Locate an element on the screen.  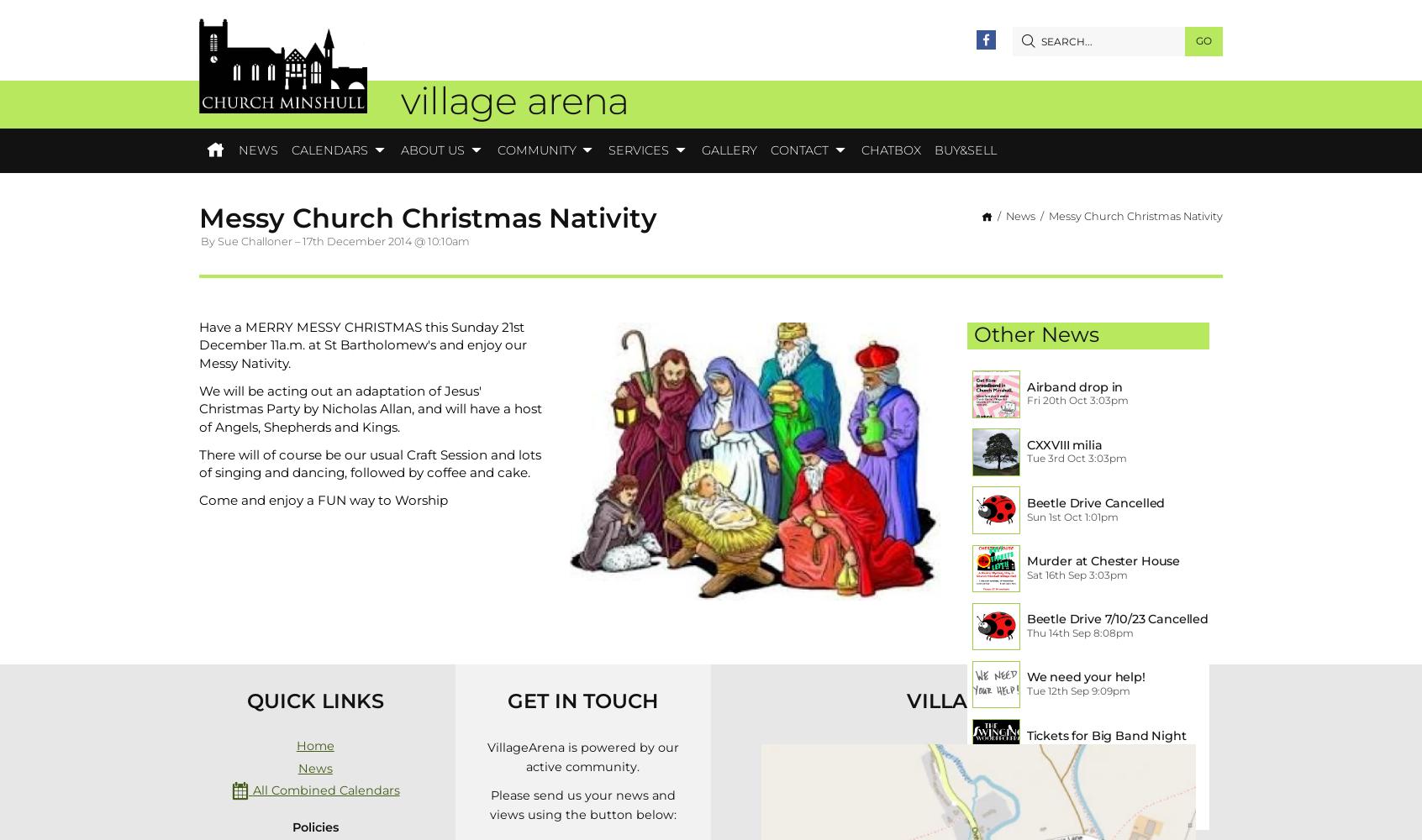
'Policies' is located at coordinates (291, 826).